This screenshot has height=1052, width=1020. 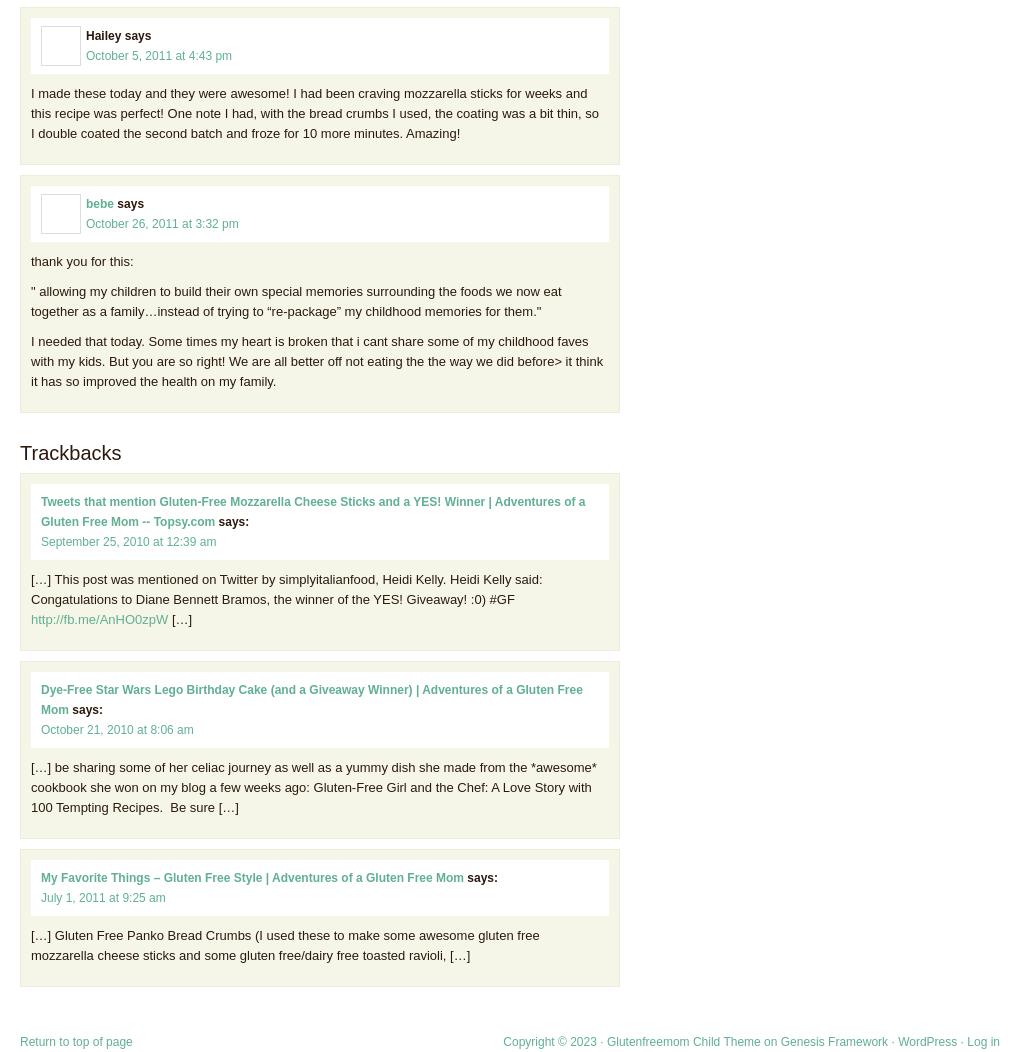 What do you see at coordinates (179, 618) in the screenshot?
I see `'[…]'` at bounding box center [179, 618].